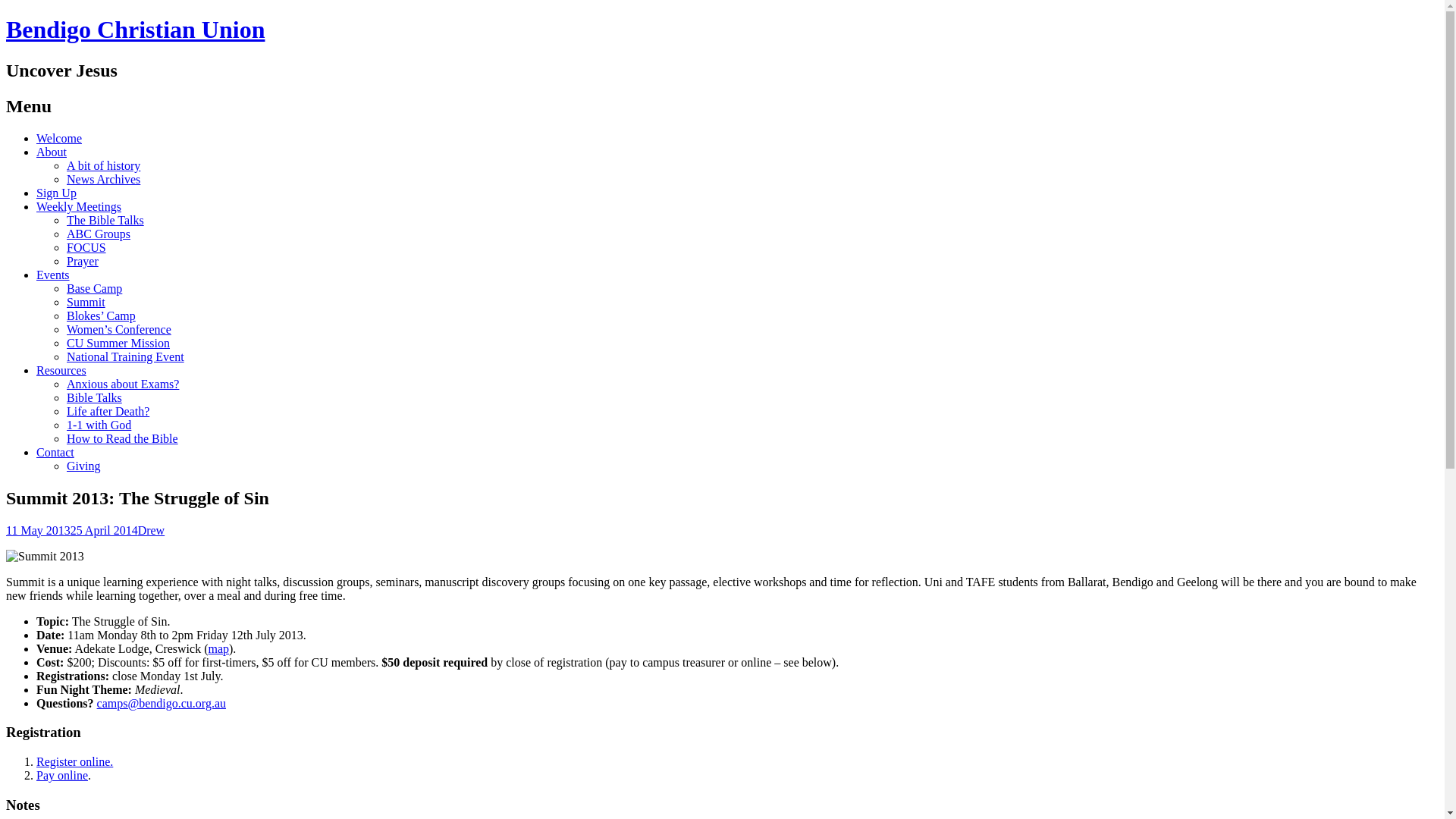 The height and width of the screenshot is (819, 1456). Describe the element at coordinates (125, 356) in the screenshot. I see `'National Training Event'` at that location.